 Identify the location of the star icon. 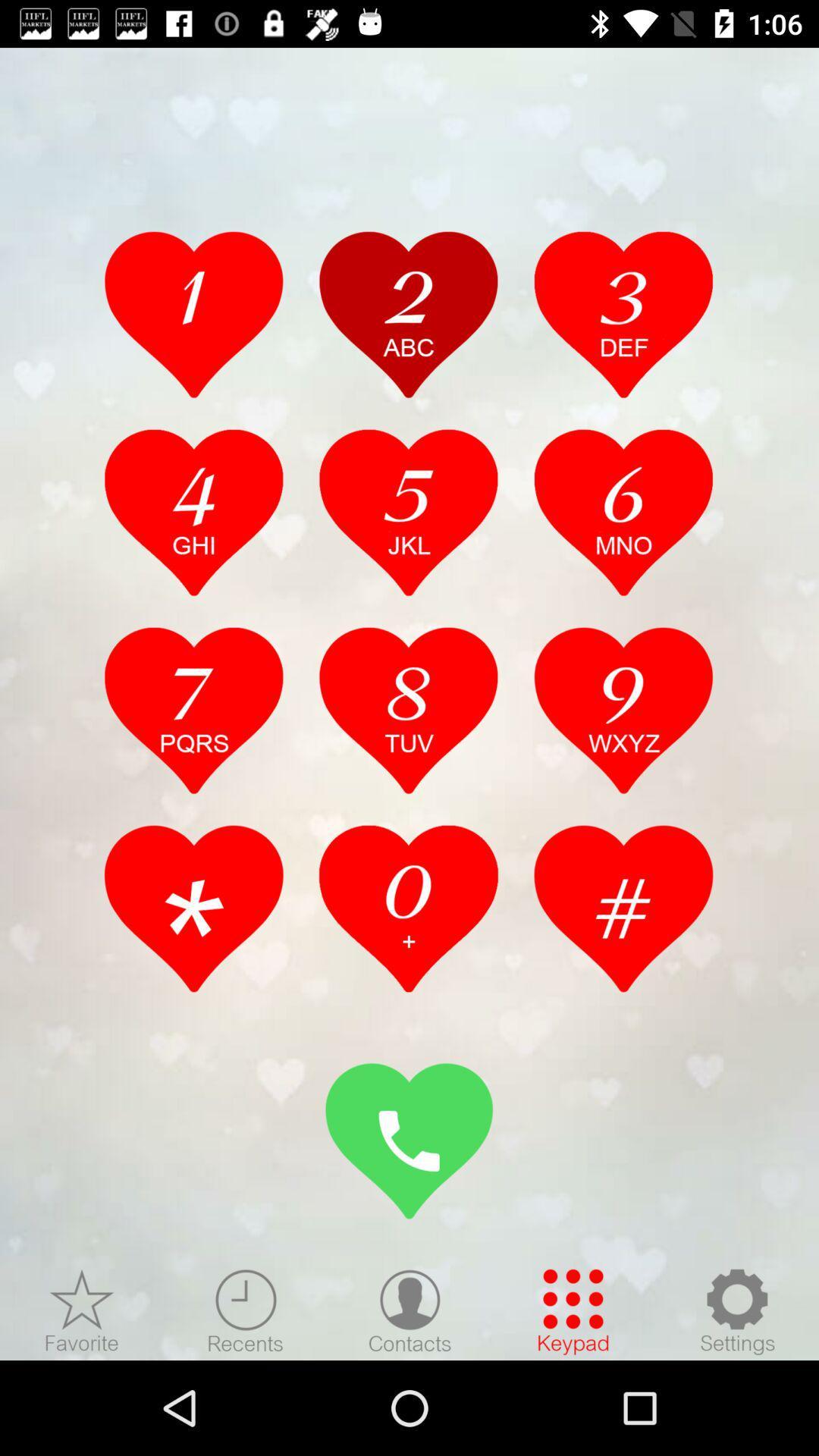
(82, 1310).